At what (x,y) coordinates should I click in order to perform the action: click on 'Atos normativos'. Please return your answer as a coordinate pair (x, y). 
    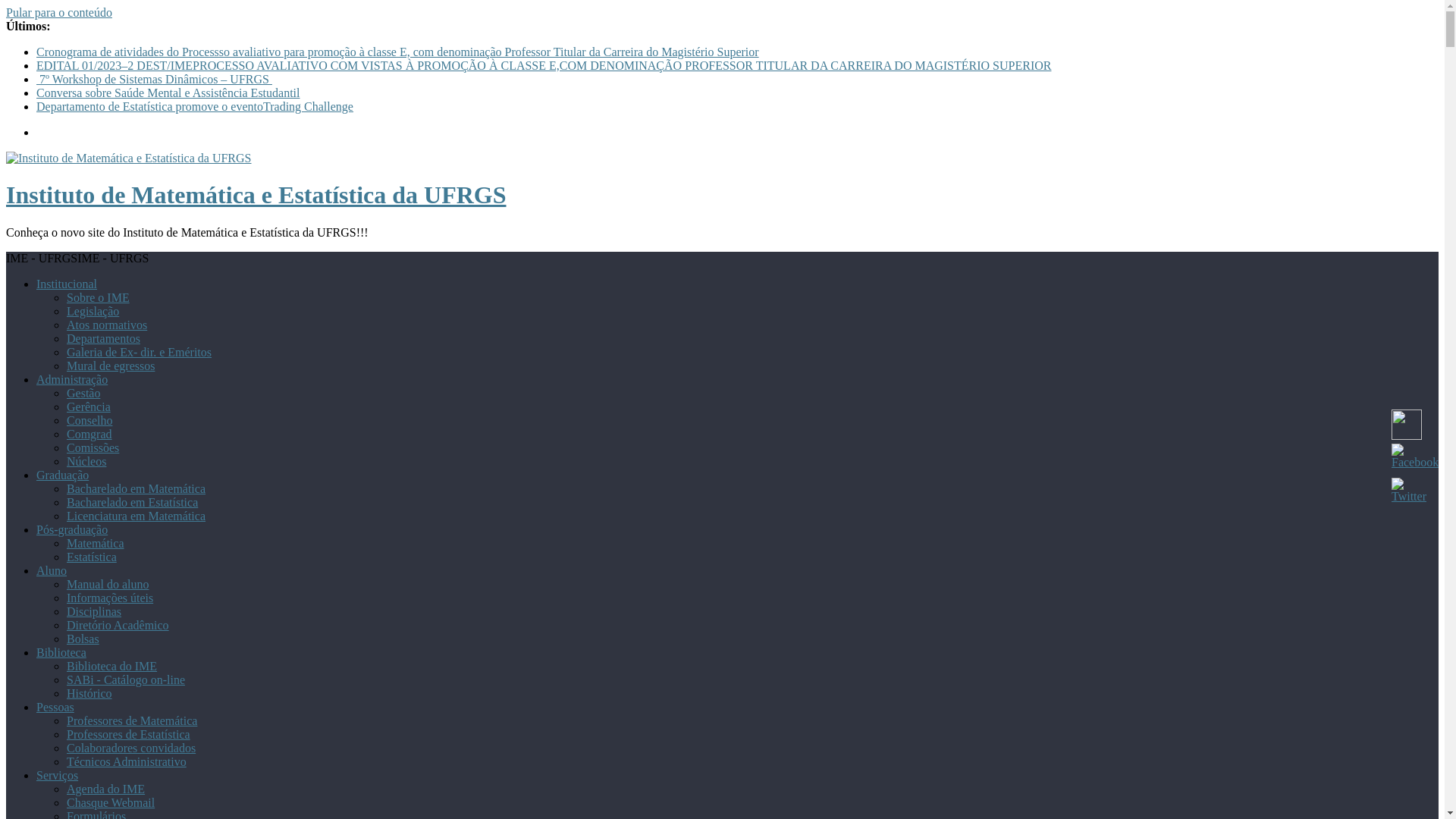
    Looking at the image, I should click on (105, 324).